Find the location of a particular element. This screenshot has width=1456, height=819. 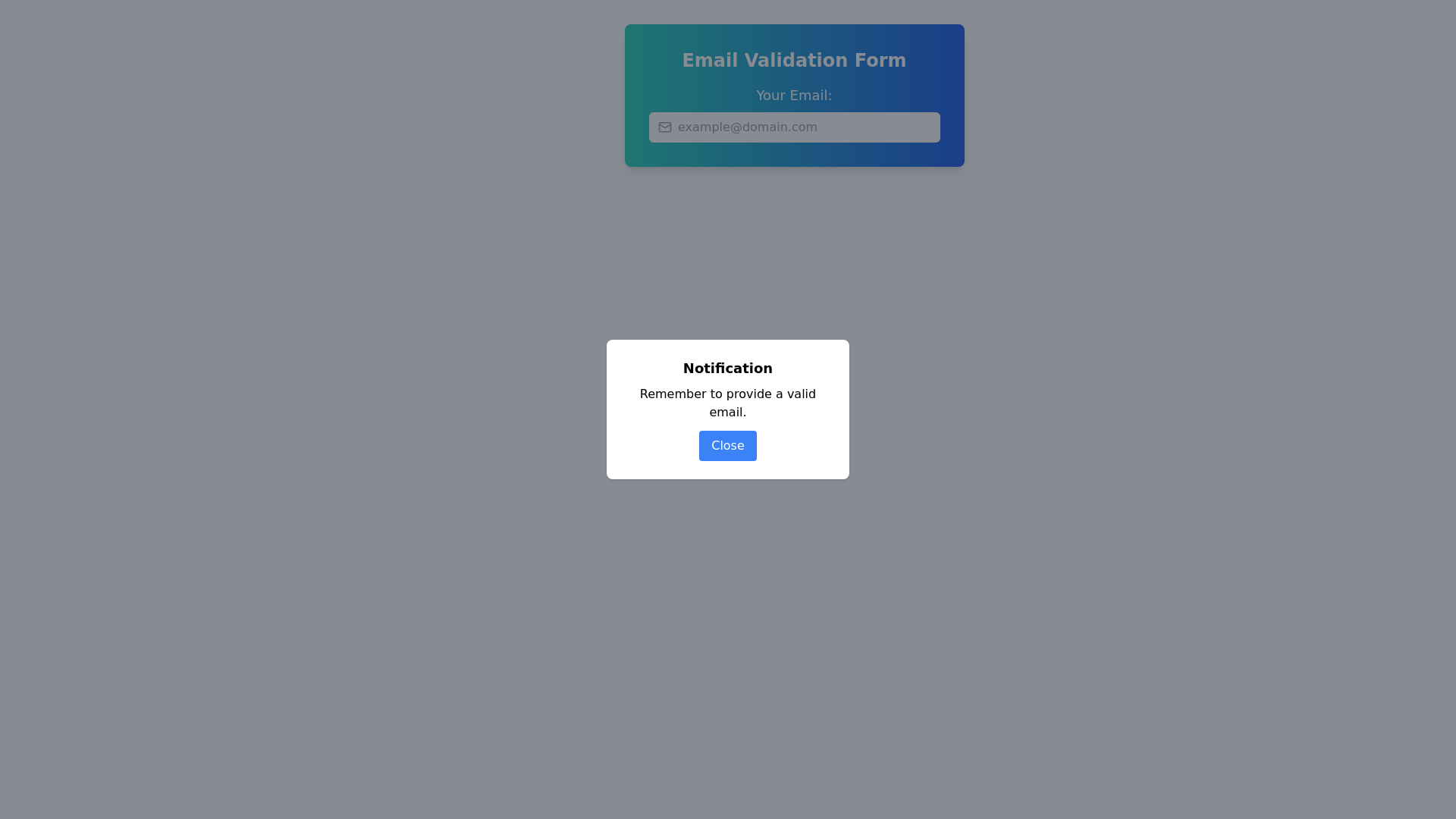

the static text label that conveys an important reminder, positioned below the title 'Notification' and above the 'Close' button is located at coordinates (728, 403).